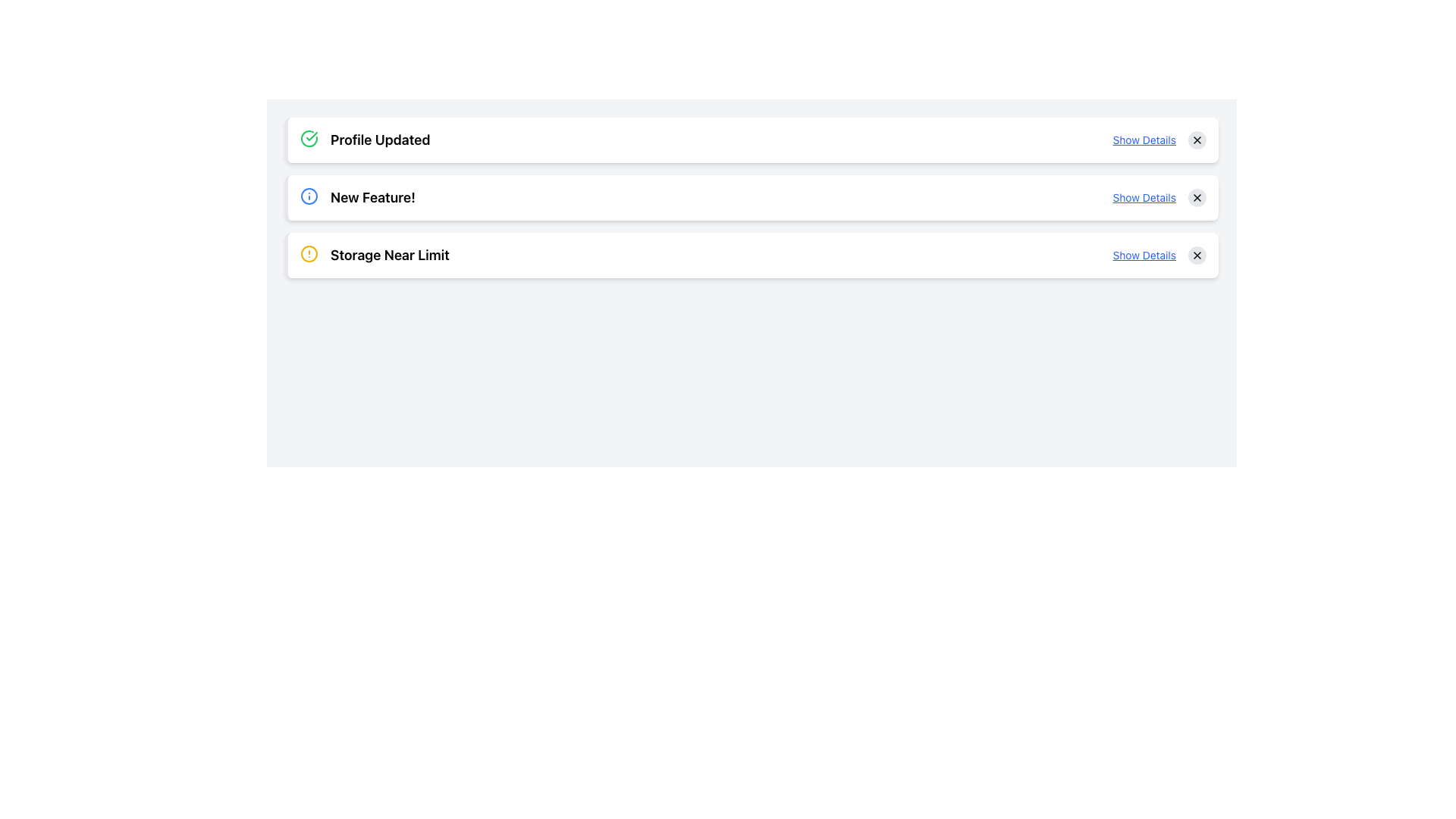  Describe the element at coordinates (311, 136) in the screenshot. I see `the success icon located to the left of the 'Profile Updated' notification, which is the first of three vertically stacked notifications` at that location.